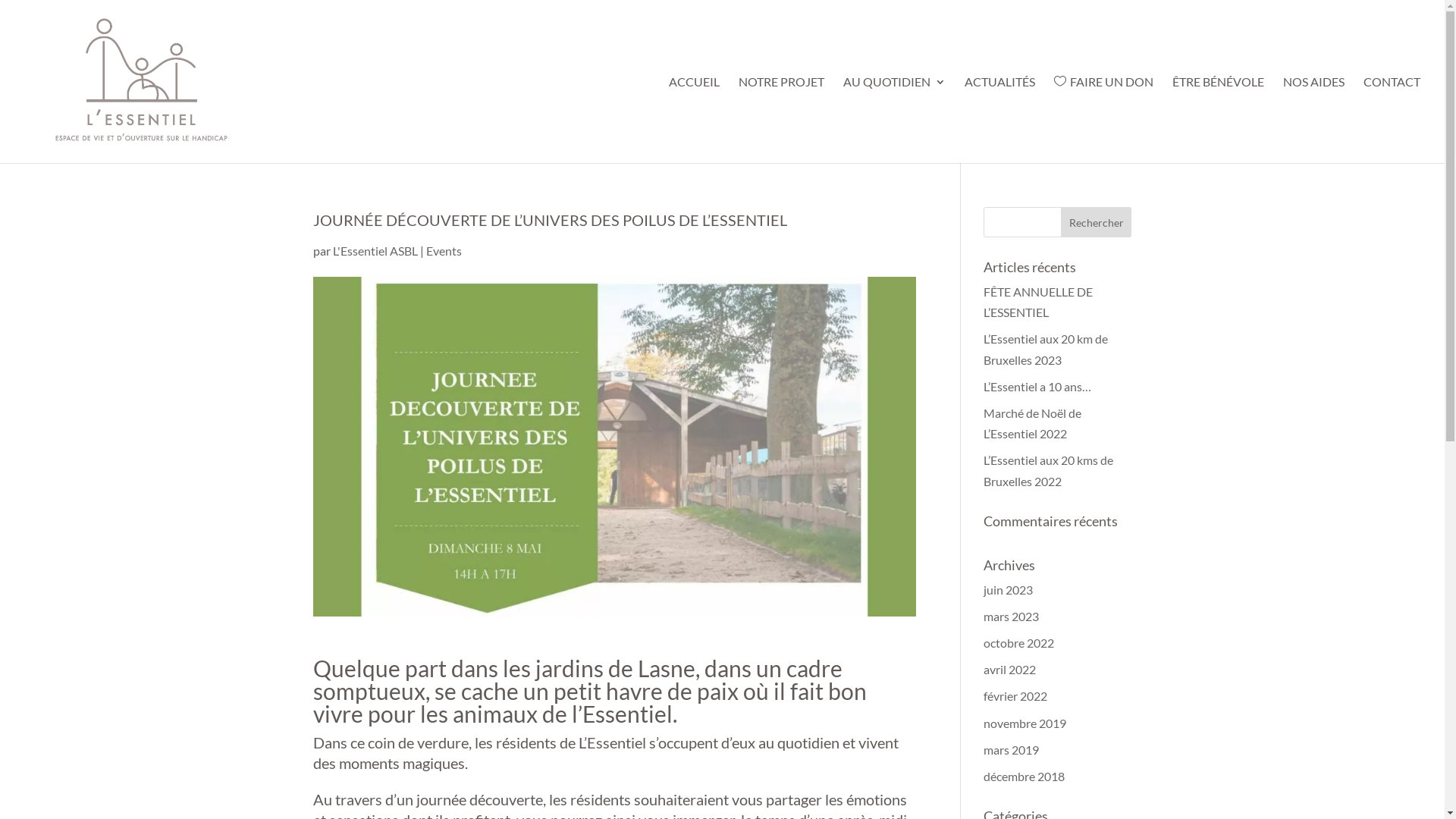 Image resolution: width=1456 pixels, height=819 pixels. Describe the element at coordinates (1011, 748) in the screenshot. I see `'mars 2019'` at that location.